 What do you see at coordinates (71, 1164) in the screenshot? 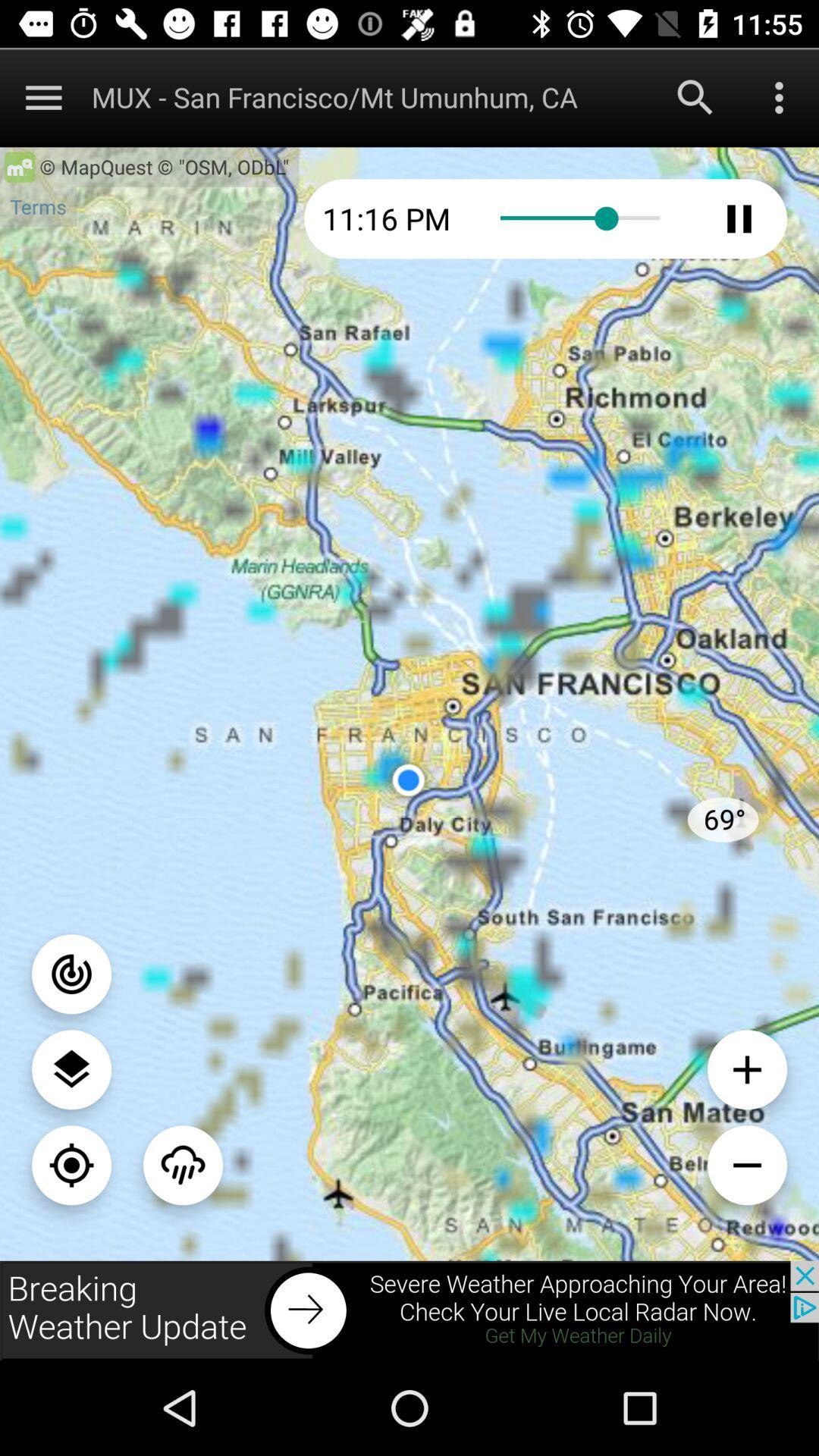
I see `show your location` at bounding box center [71, 1164].